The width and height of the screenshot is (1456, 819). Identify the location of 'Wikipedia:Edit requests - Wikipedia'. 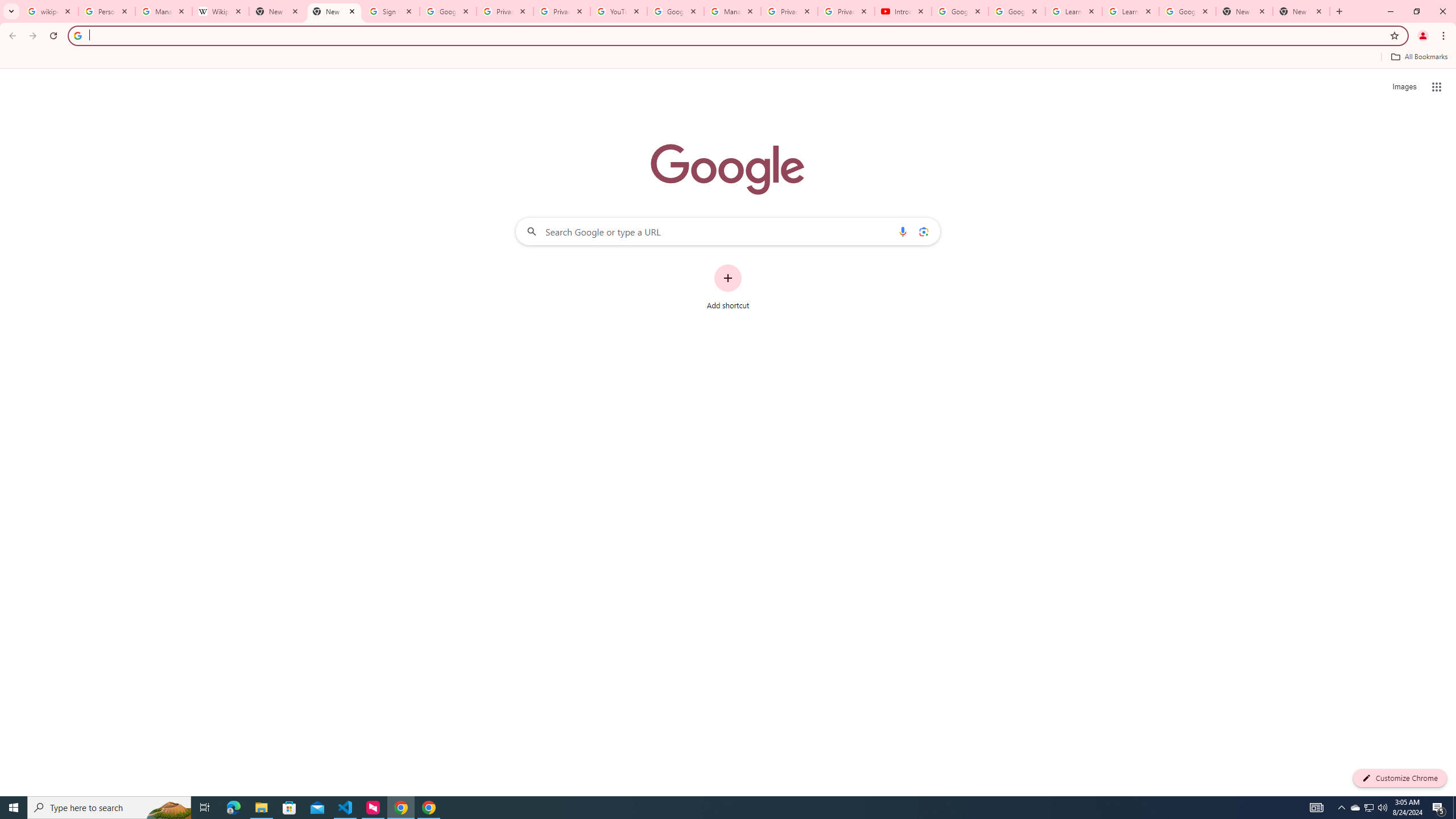
(221, 11).